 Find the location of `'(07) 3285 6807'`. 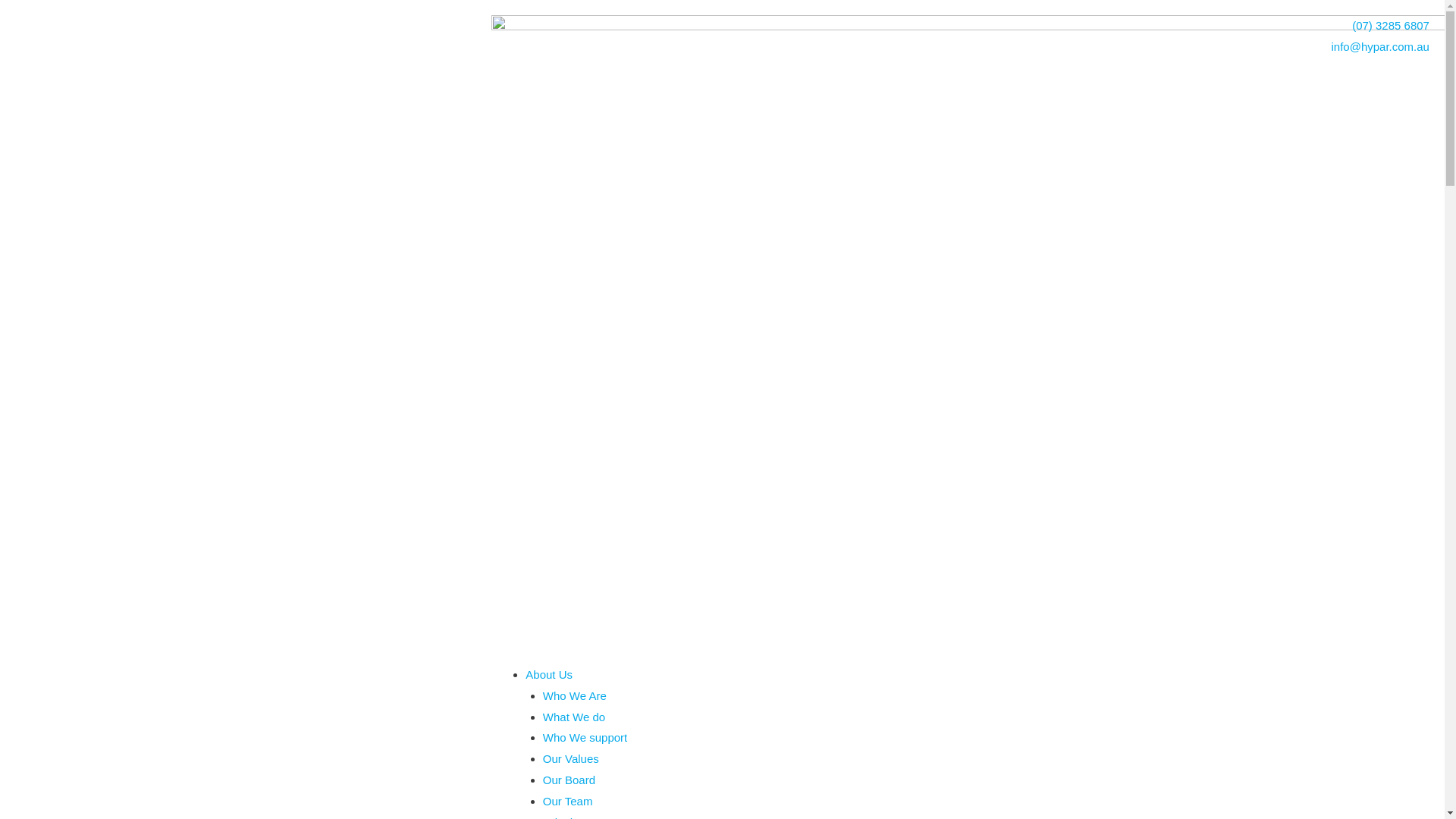

'(07) 3285 6807' is located at coordinates (967, 26).